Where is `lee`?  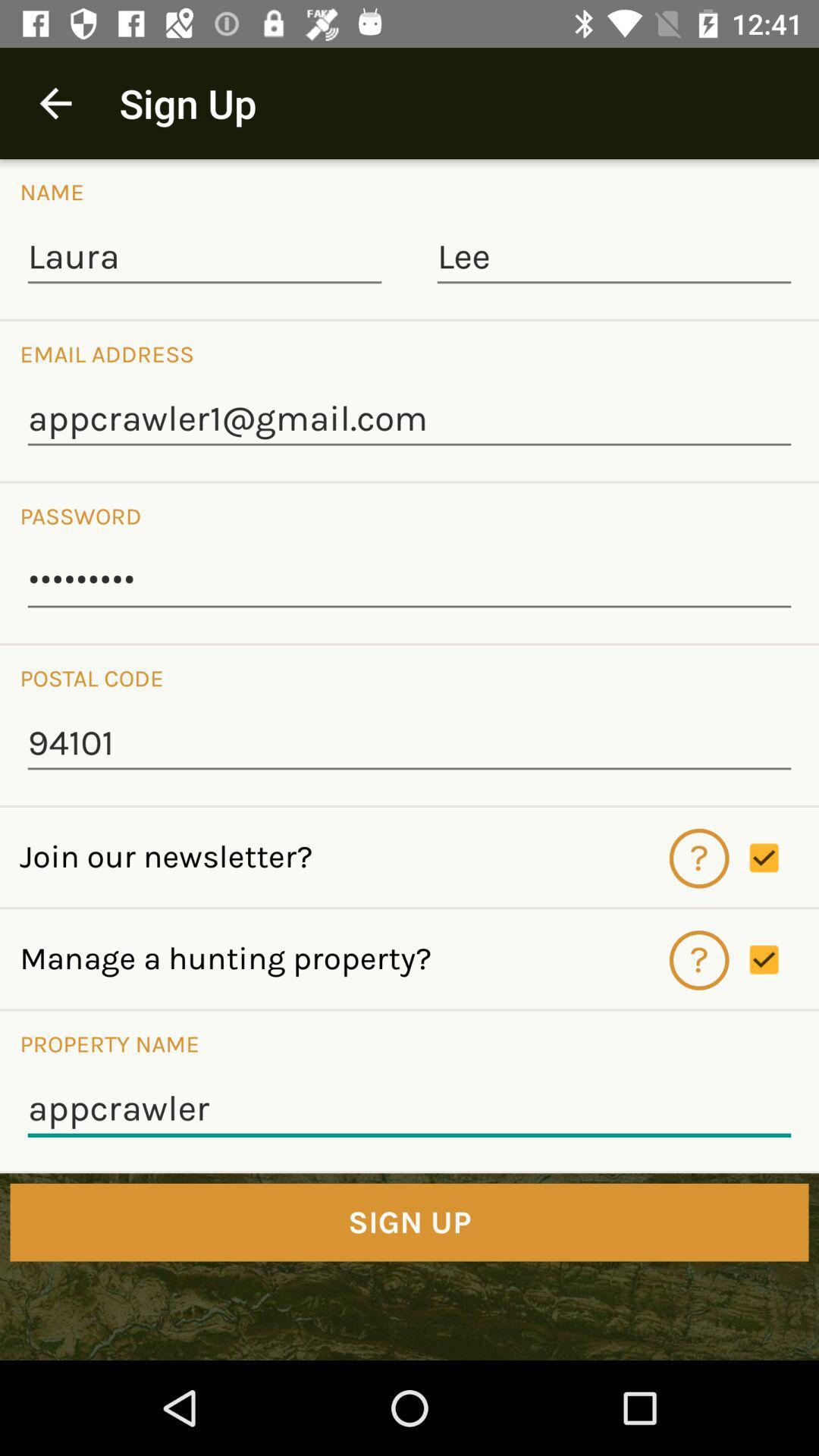
lee is located at coordinates (614, 258).